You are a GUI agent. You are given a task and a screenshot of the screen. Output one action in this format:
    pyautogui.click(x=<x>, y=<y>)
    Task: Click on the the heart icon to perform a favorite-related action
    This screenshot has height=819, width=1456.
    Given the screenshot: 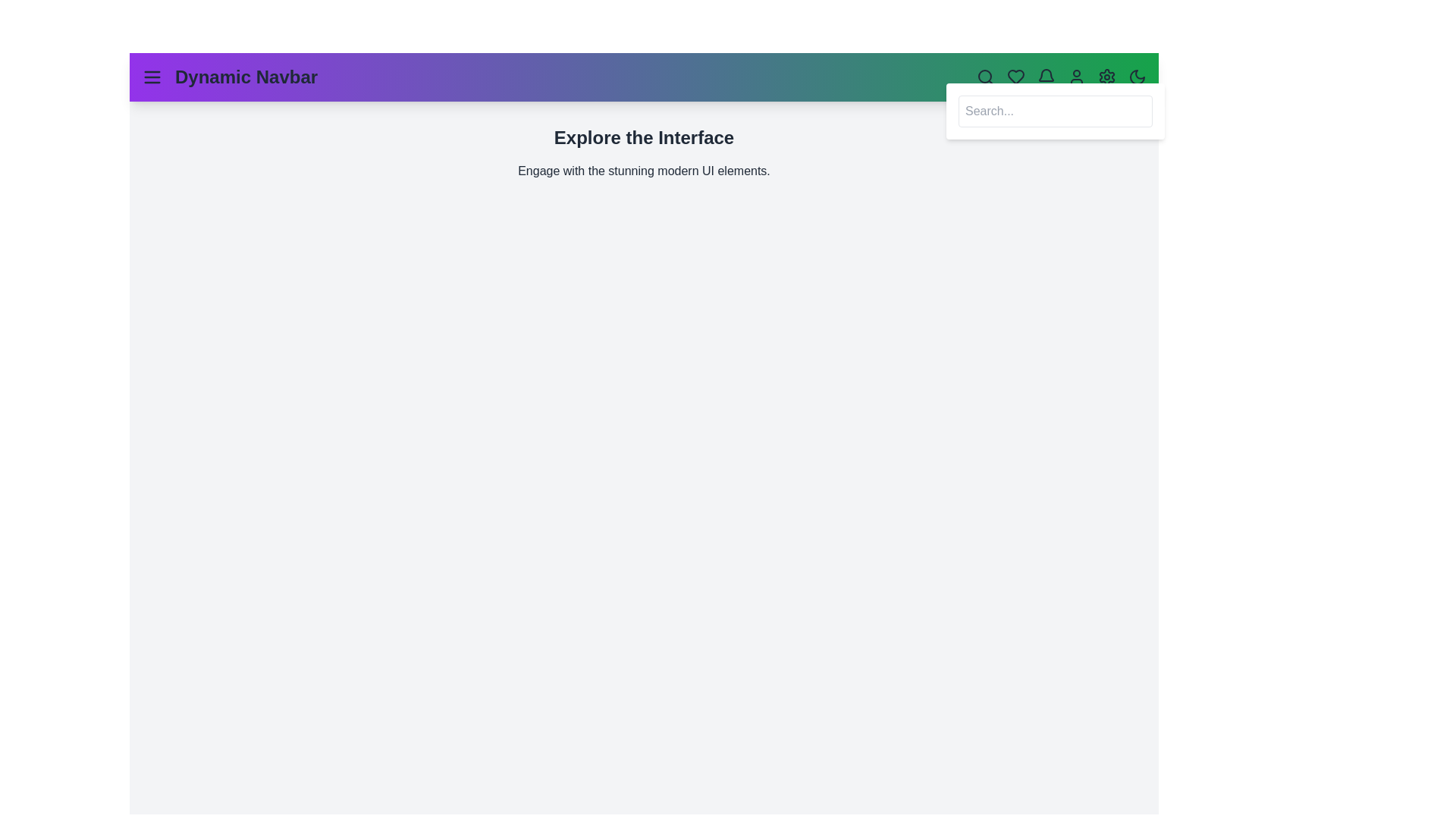 What is the action you would take?
    pyautogui.click(x=1015, y=77)
    